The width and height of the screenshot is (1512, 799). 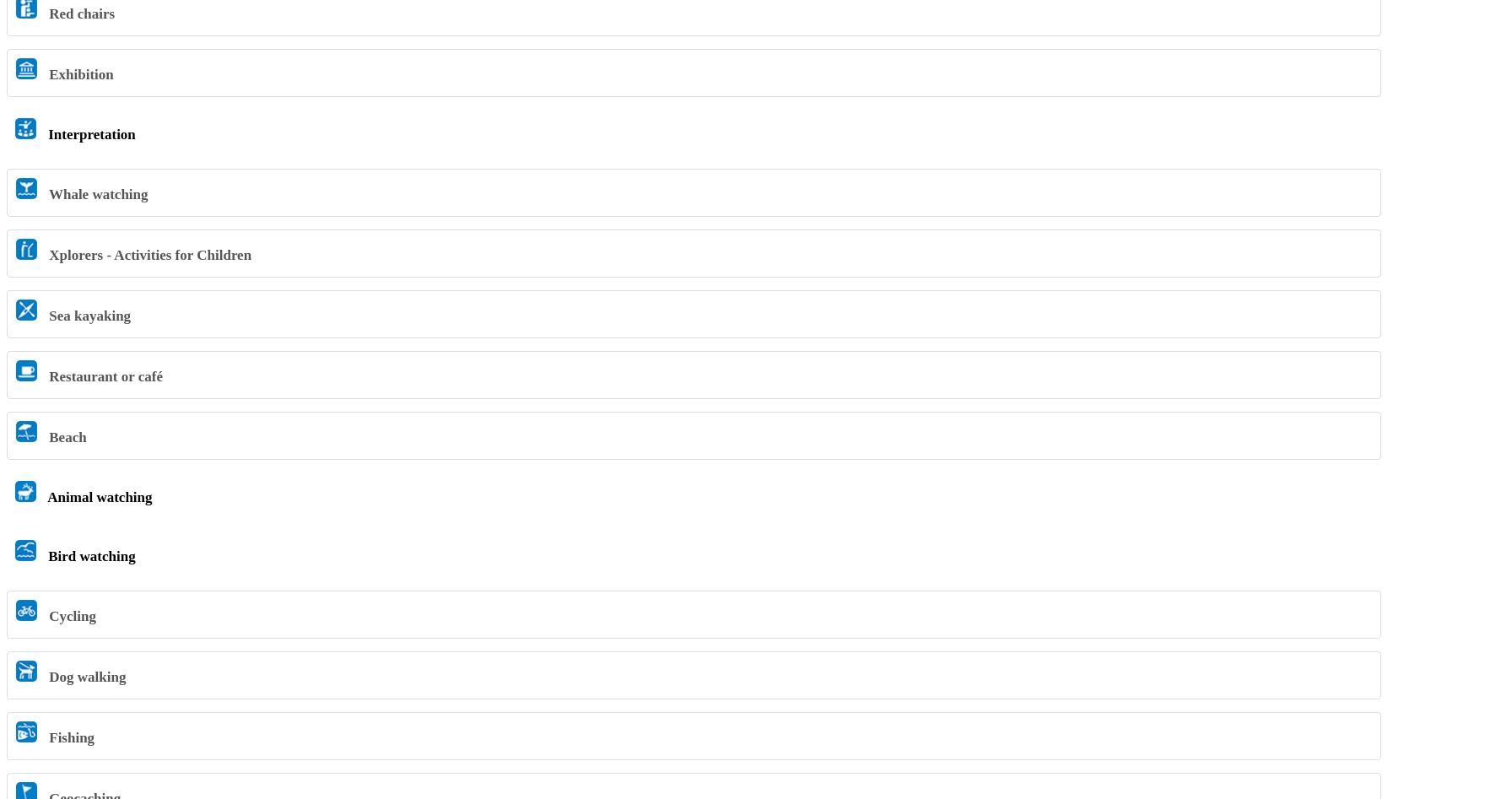 I want to click on 'Bird watching', so click(x=89, y=555).